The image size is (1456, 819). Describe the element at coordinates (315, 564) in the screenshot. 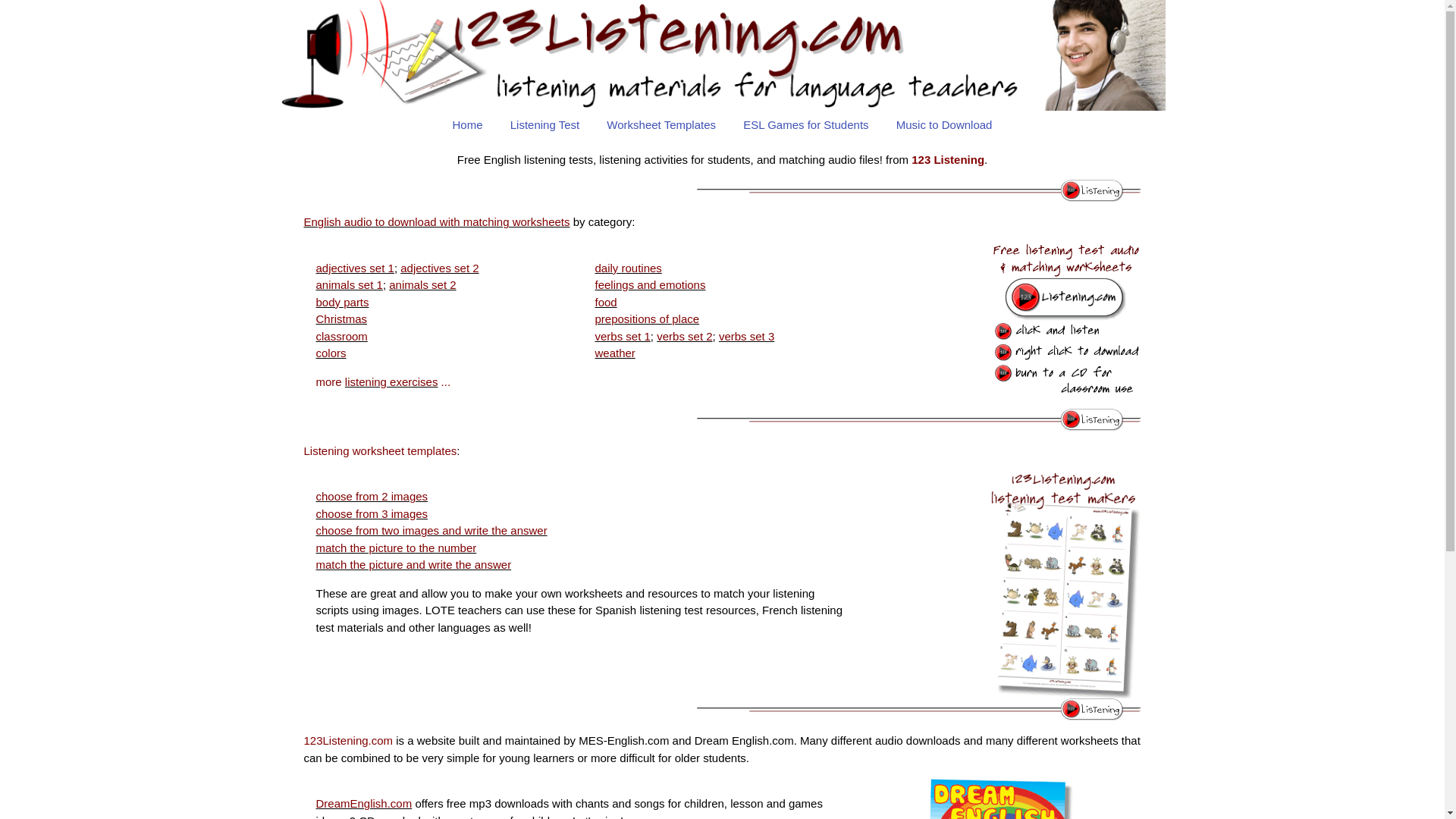

I see `'match the picture and write the answer'` at that location.